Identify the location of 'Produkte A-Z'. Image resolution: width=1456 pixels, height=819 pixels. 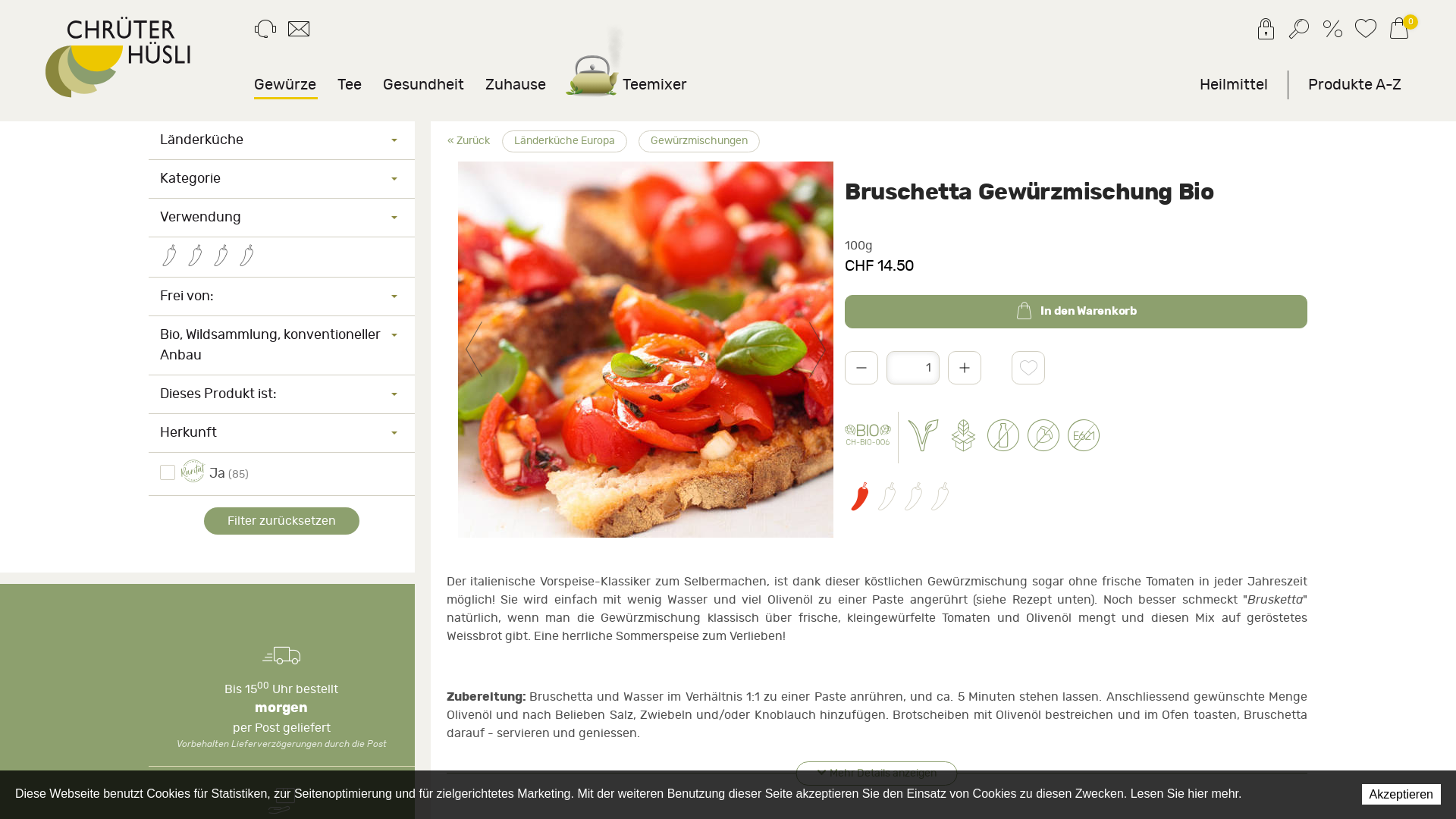
(1354, 84).